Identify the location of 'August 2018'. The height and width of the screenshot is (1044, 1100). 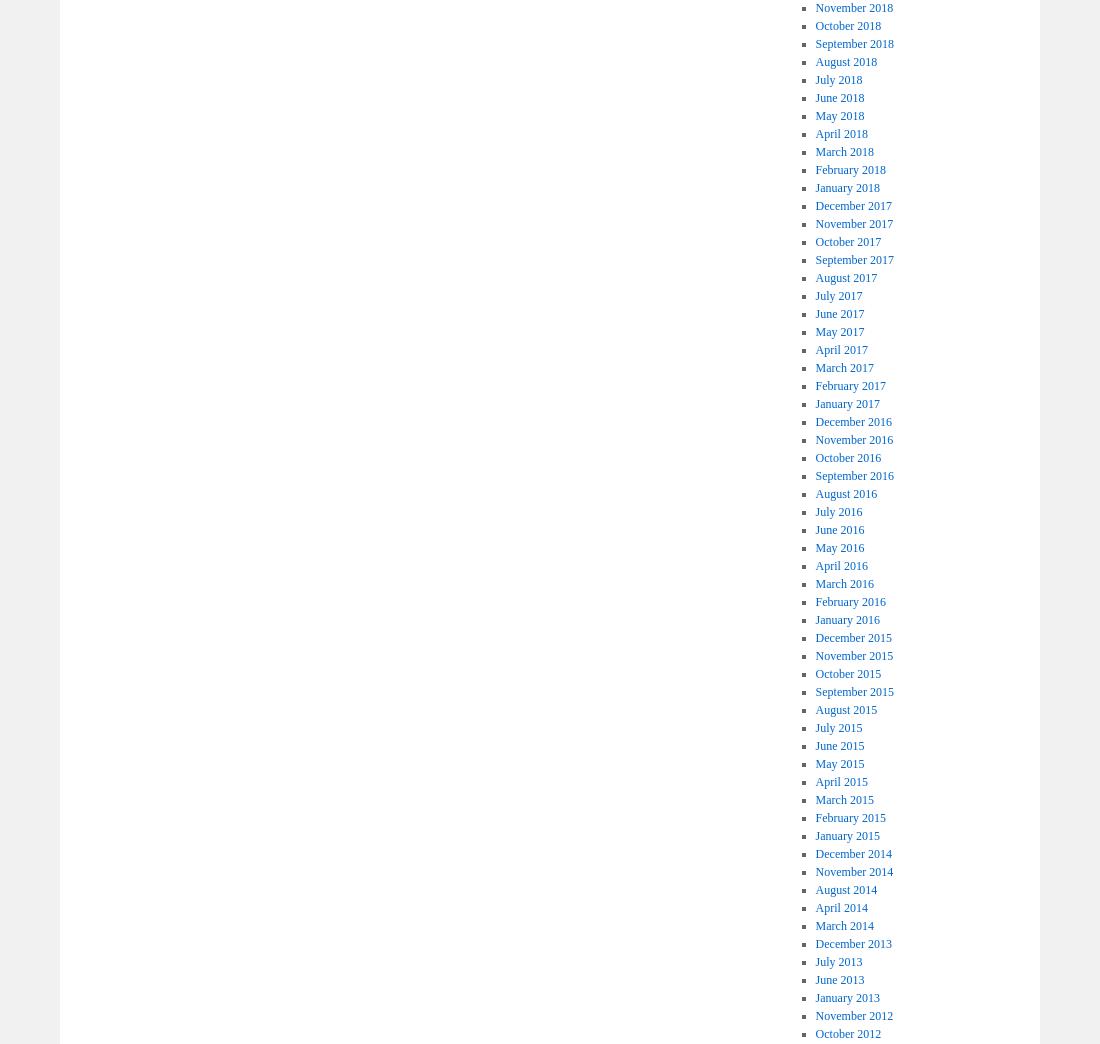
(845, 61).